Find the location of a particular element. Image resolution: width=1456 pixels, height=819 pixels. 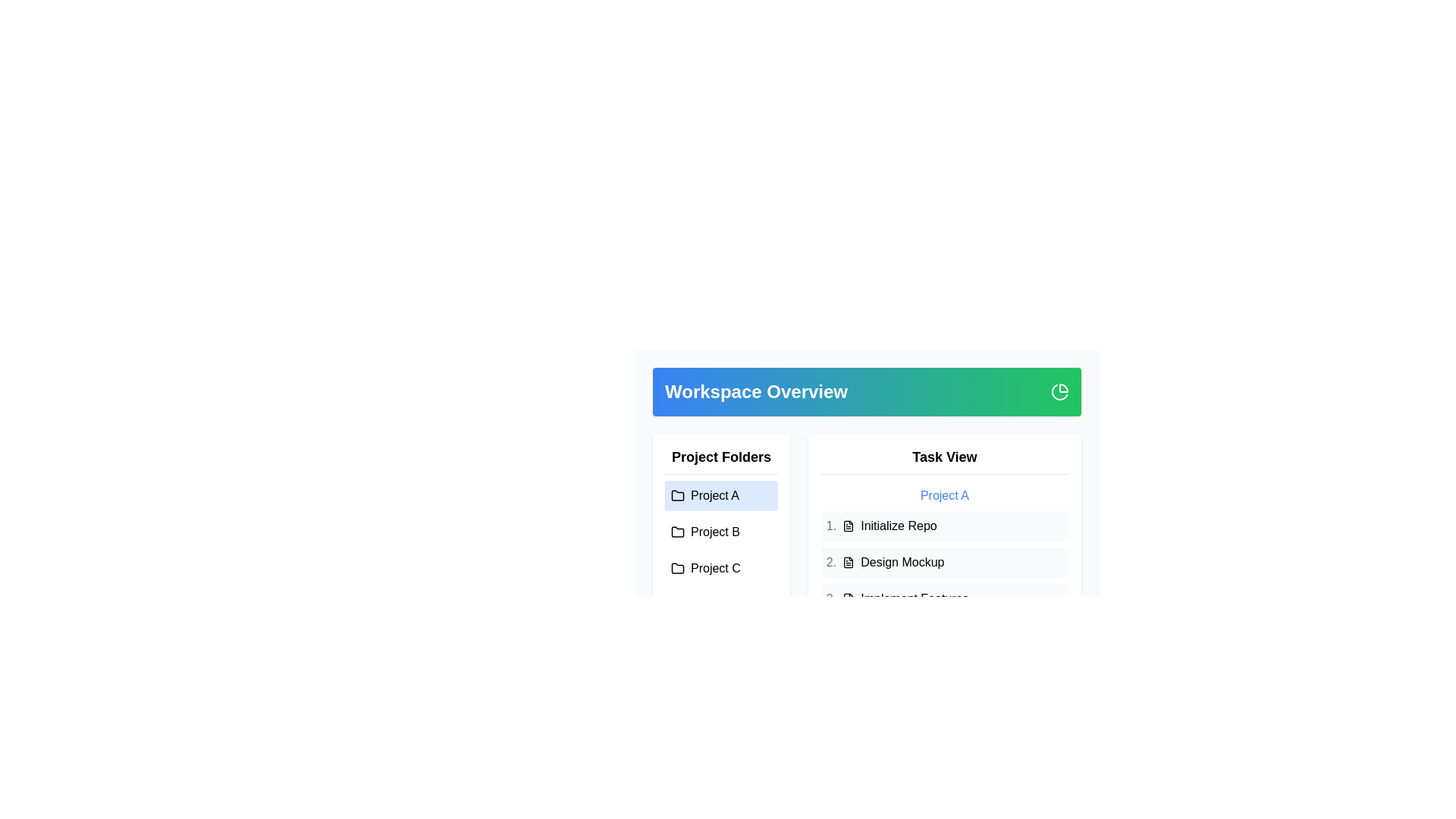

the folder icon located to the left of the text 'Project A' in the 'Project Folders' section to interact with it is located at coordinates (676, 496).